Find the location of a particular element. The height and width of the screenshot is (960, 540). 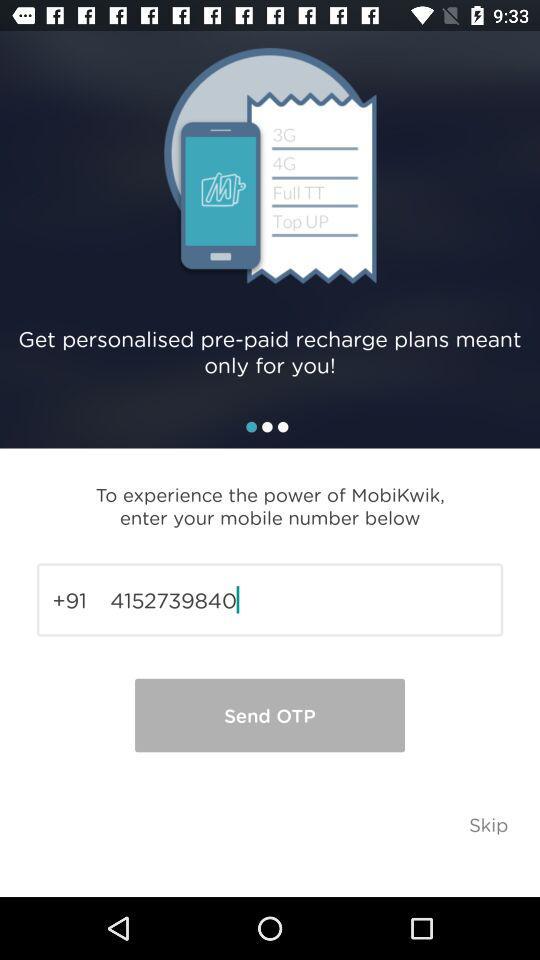

the skip is located at coordinates (487, 824).